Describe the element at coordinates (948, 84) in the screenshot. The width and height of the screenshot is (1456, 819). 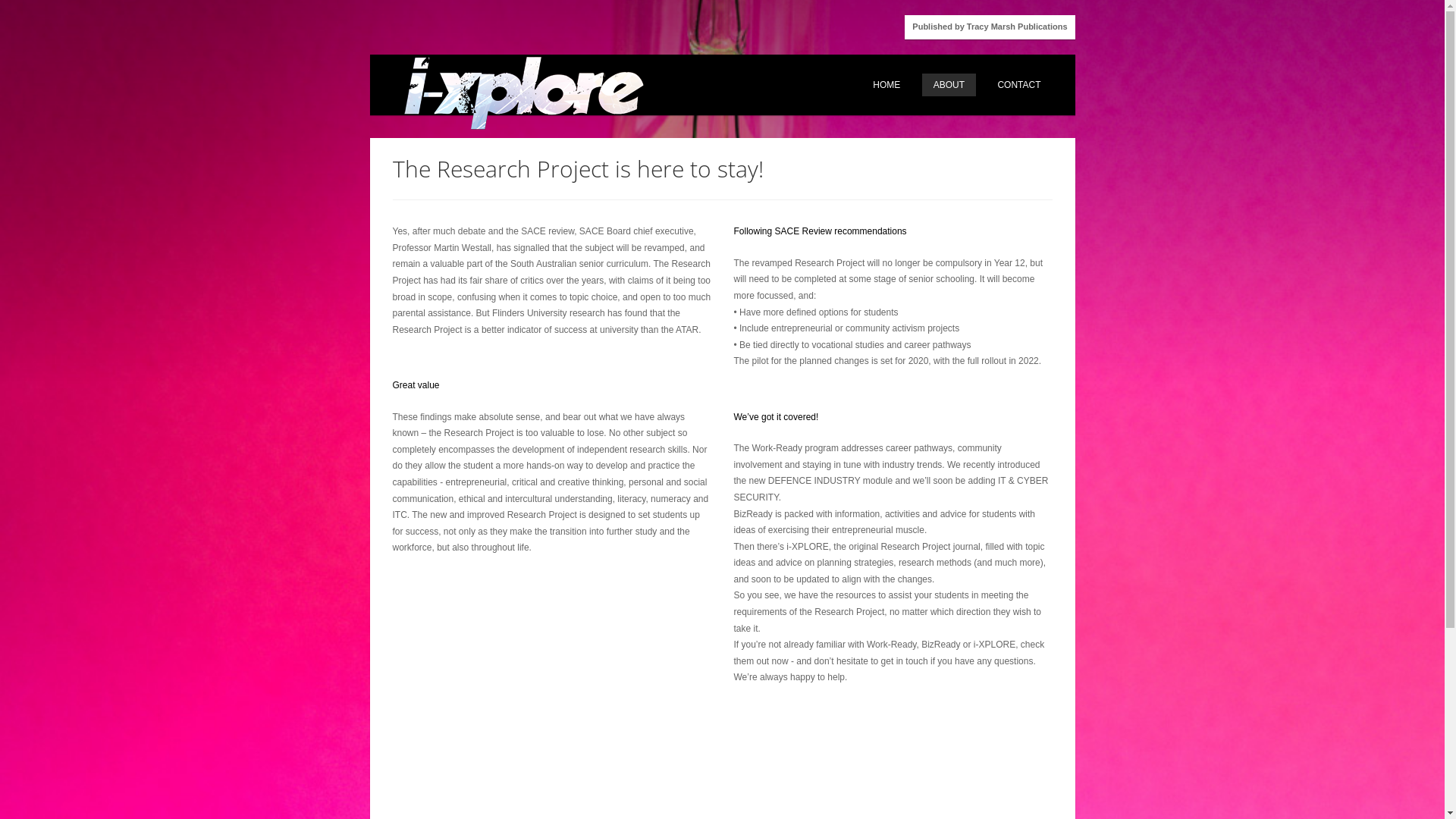
I see `'ABOUT'` at that location.